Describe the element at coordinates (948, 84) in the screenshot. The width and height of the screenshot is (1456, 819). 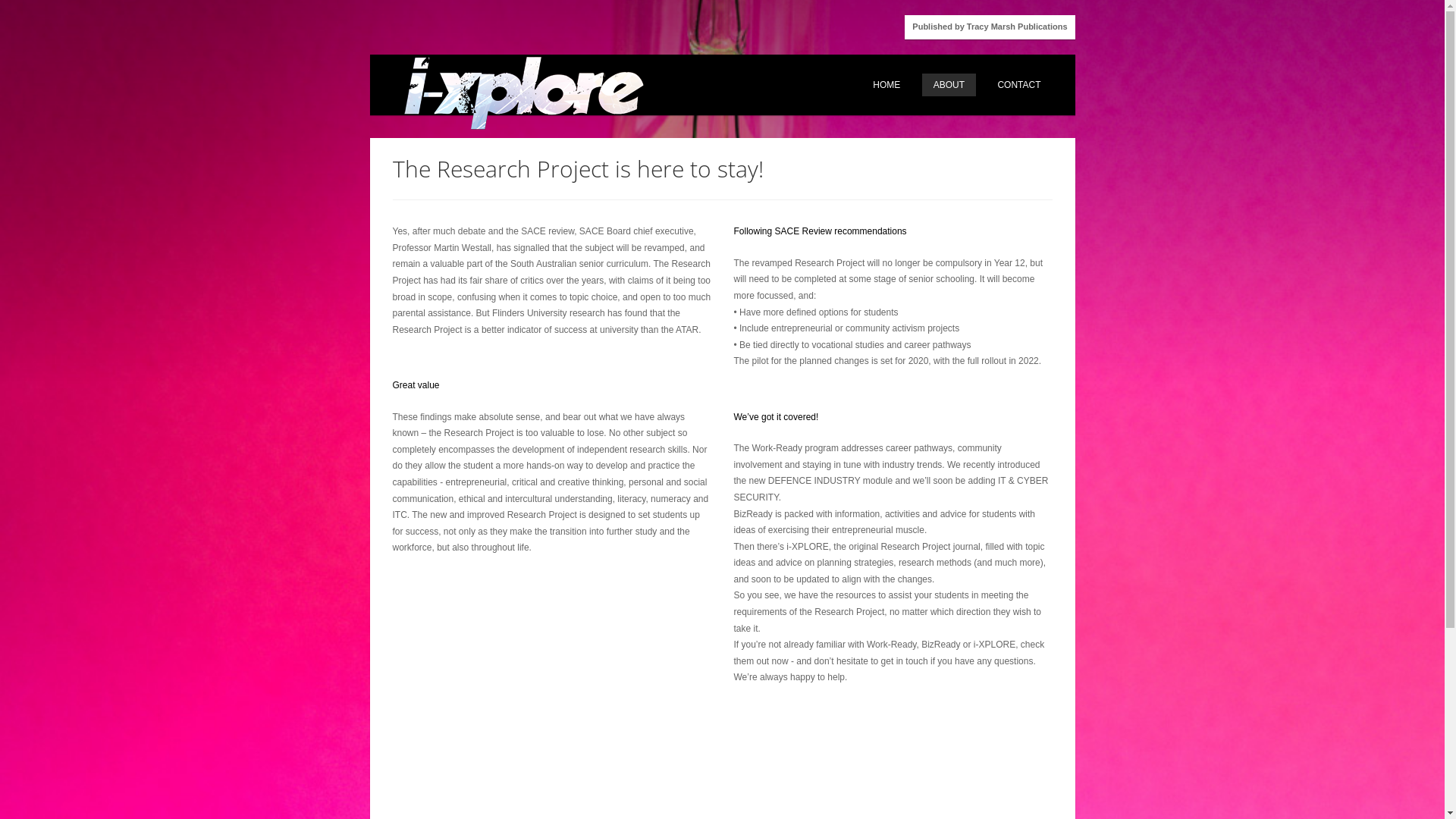
I see `'ABOUT'` at that location.